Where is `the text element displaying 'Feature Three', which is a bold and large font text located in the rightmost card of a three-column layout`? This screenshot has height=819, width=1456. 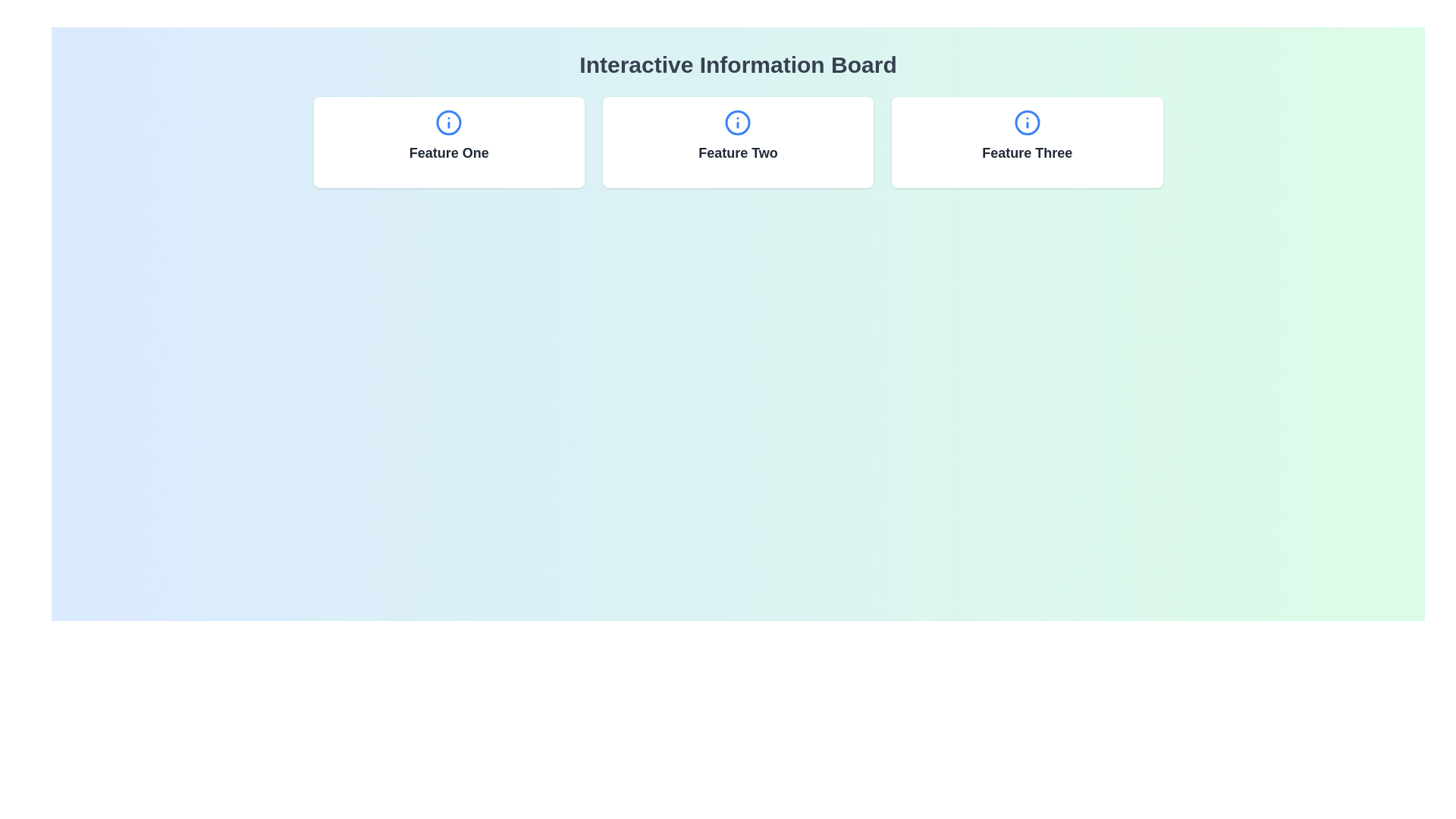 the text element displaying 'Feature Three', which is a bold and large font text located in the rightmost card of a three-column layout is located at coordinates (1027, 152).